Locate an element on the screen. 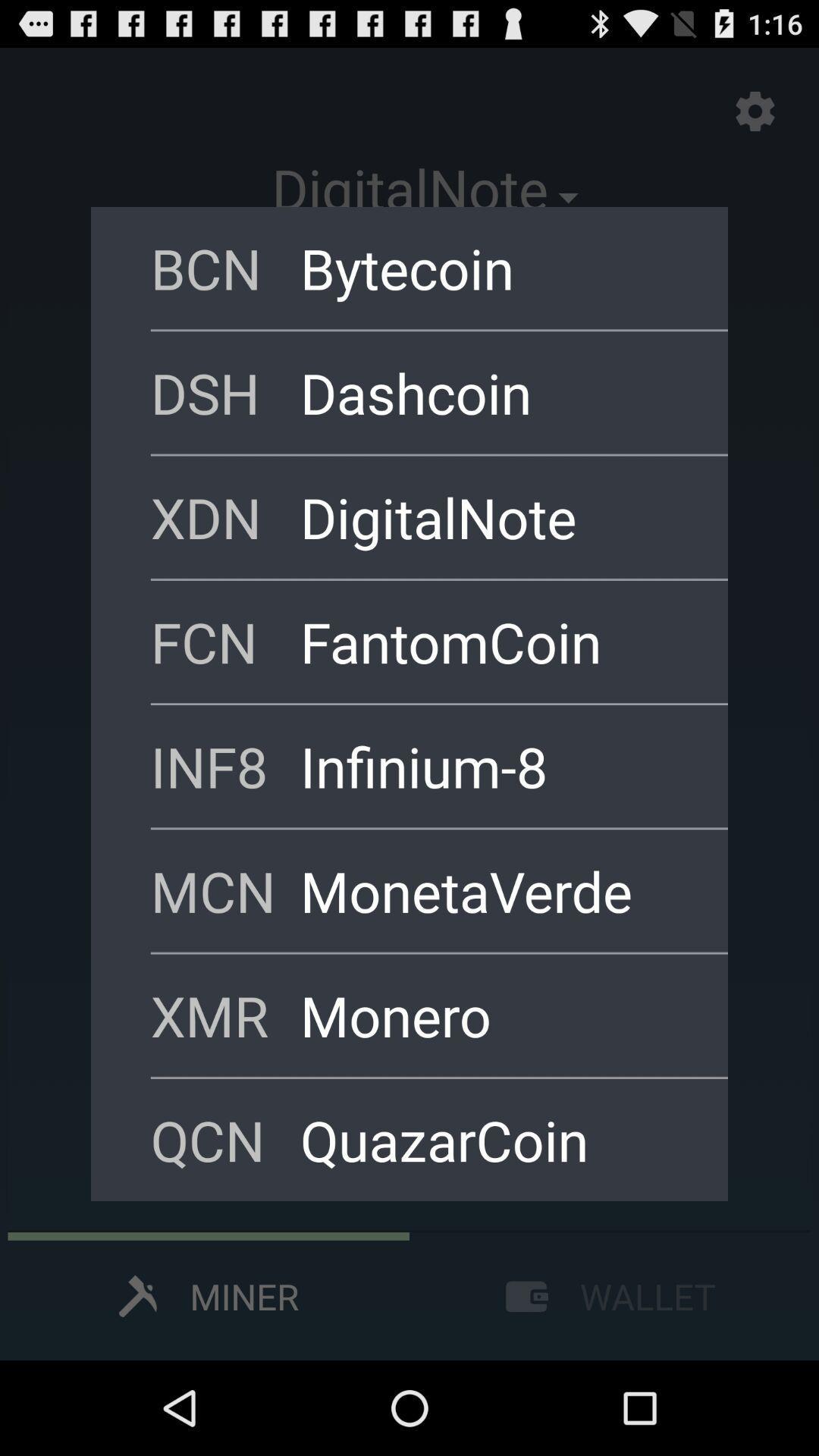 The image size is (819, 1456). app next to inf8 icon is located at coordinates (494, 766).